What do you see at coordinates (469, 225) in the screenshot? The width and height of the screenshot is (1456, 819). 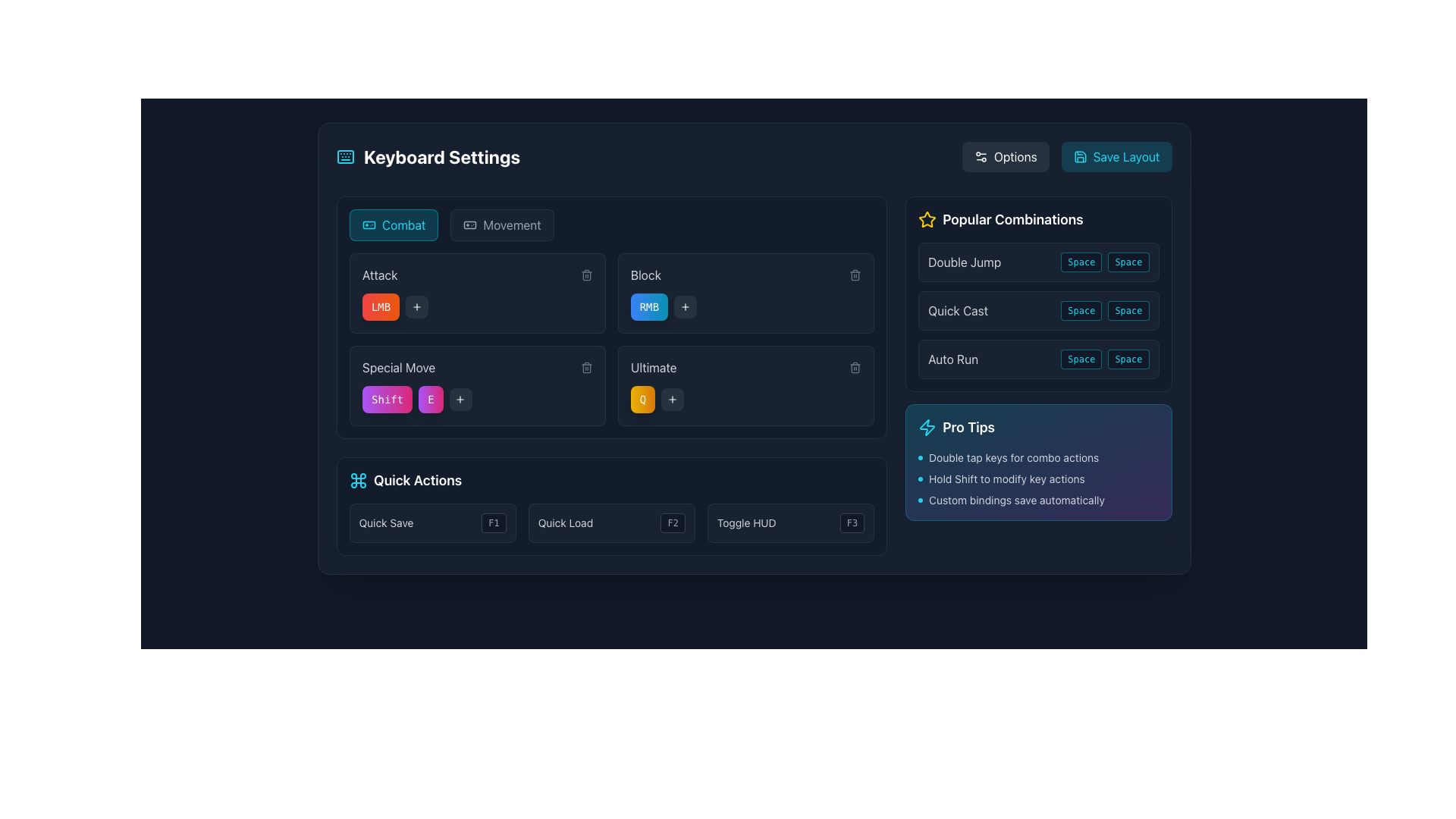 I see `the gamepad icon located within the 'Movement' button in the 'Keyboard Settings' section of the application` at bounding box center [469, 225].